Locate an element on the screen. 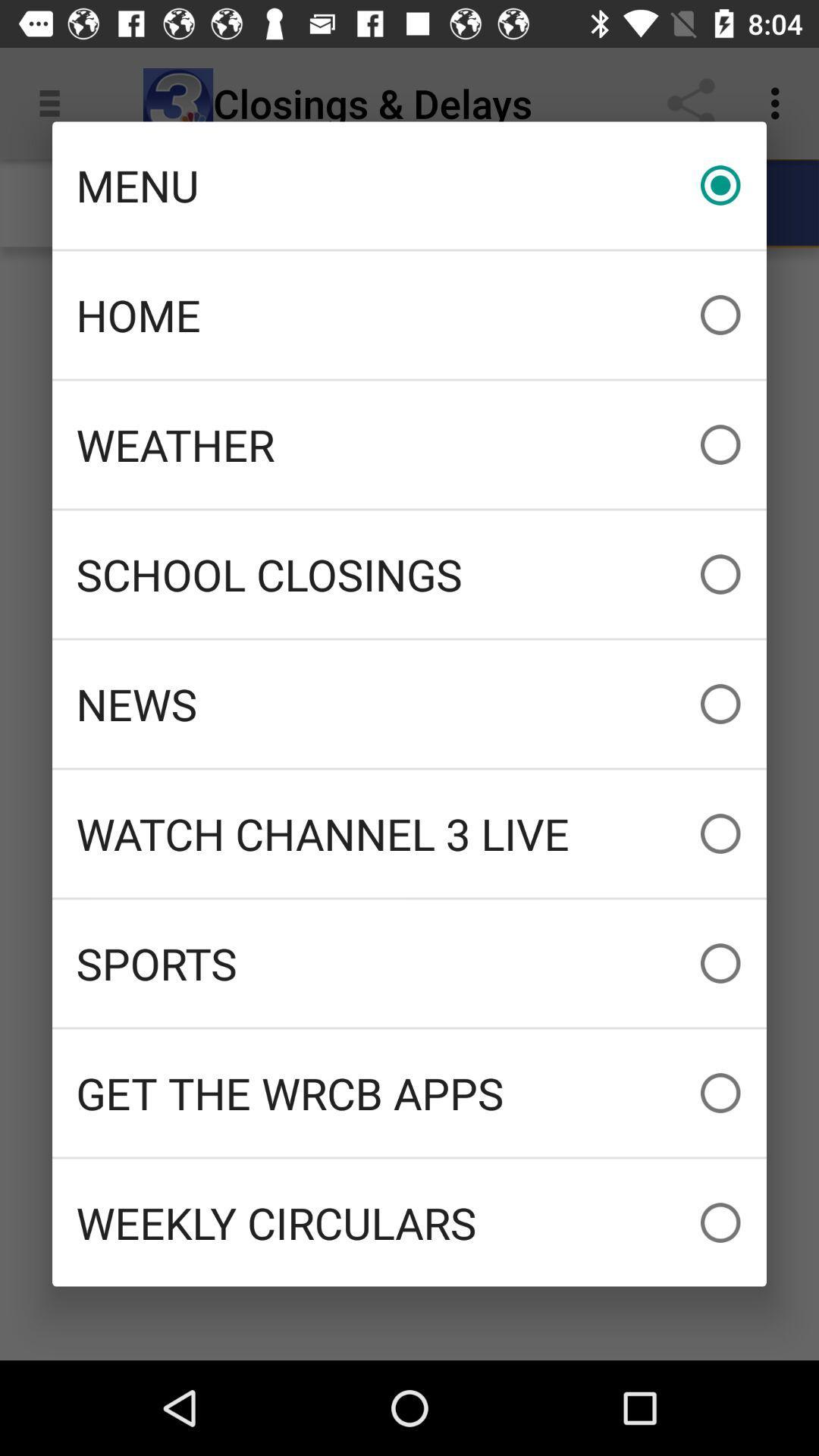  icon above home item is located at coordinates (409, 184).